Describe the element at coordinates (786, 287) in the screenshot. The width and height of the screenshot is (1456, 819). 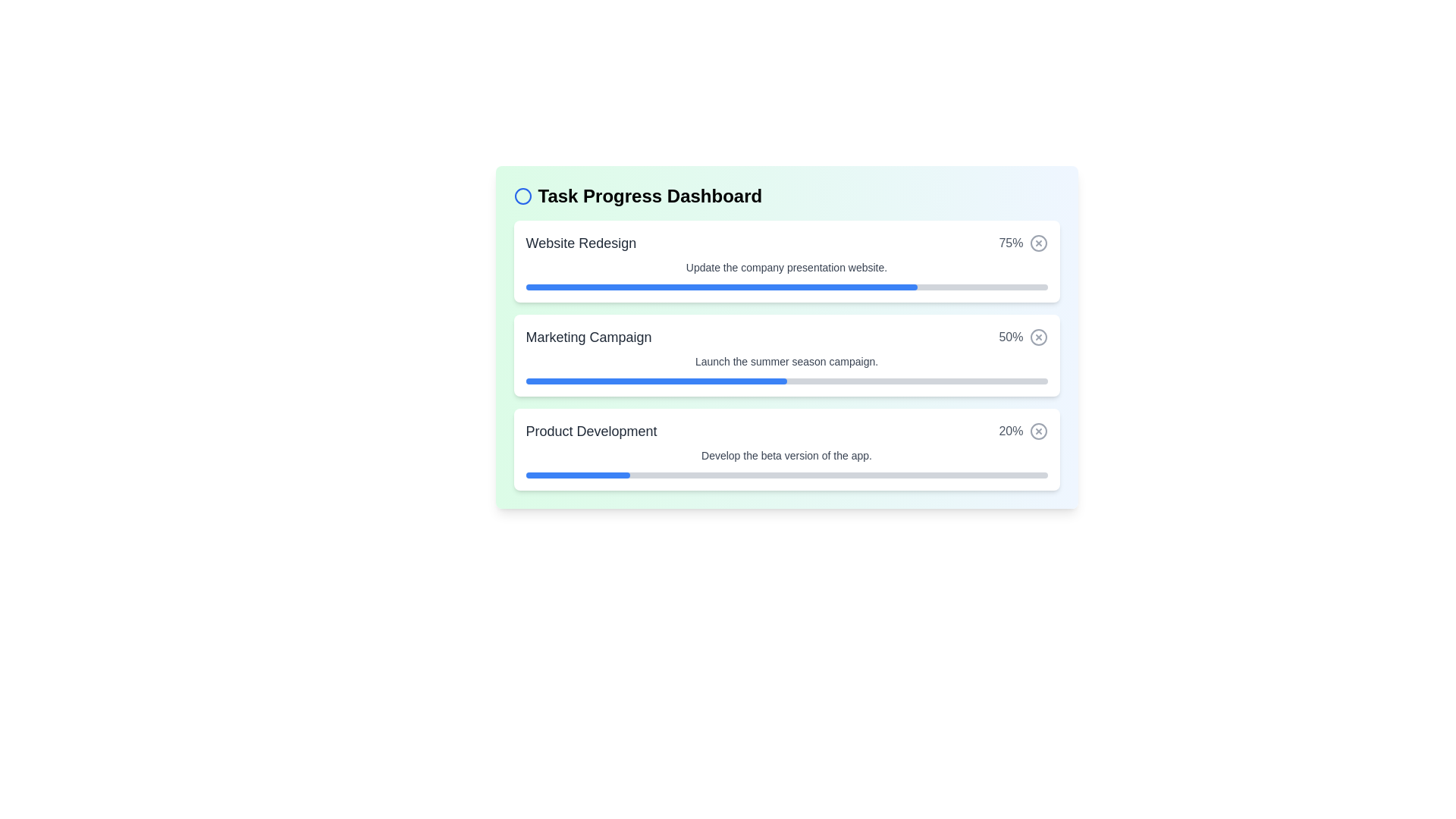
I see `properties of the progress bar indicating 75% completion for the 'Website Redesign' activity, located within the 'Task Progress Dashboard'` at that location.